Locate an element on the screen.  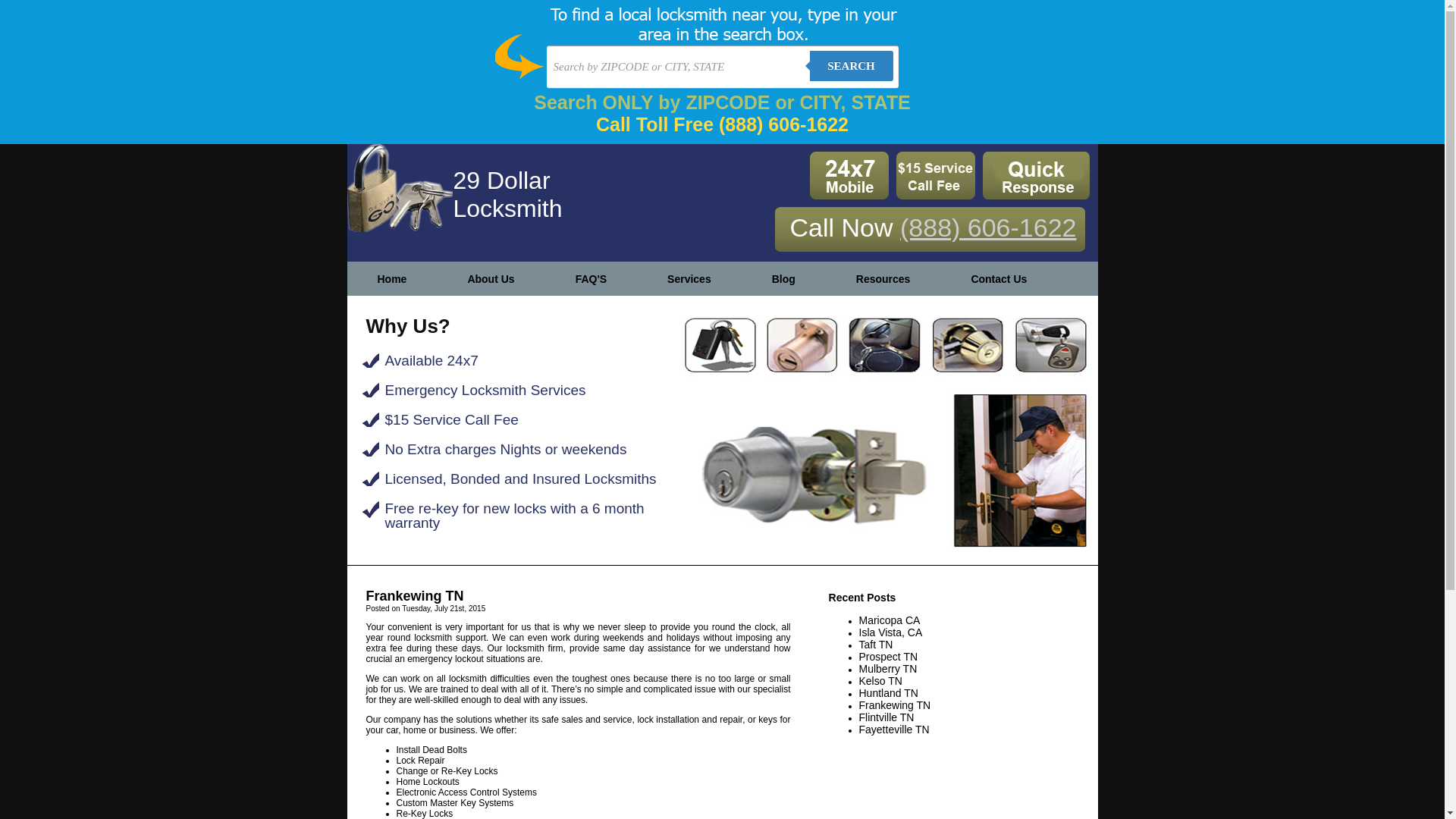
'Kelso TN' is located at coordinates (858, 680).